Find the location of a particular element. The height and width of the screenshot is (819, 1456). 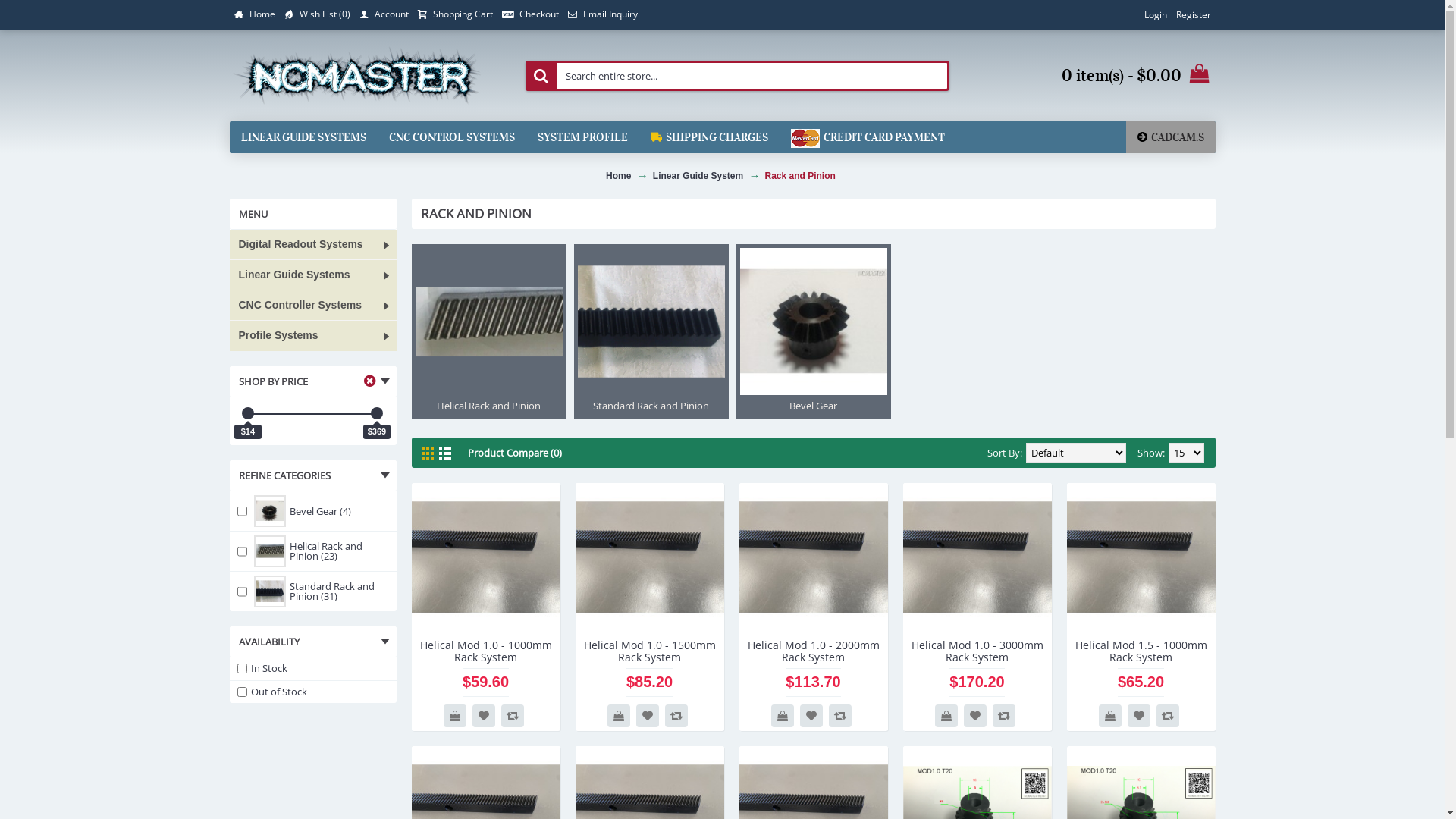

'Helical Rack and Pinion' is located at coordinates (488, 331).